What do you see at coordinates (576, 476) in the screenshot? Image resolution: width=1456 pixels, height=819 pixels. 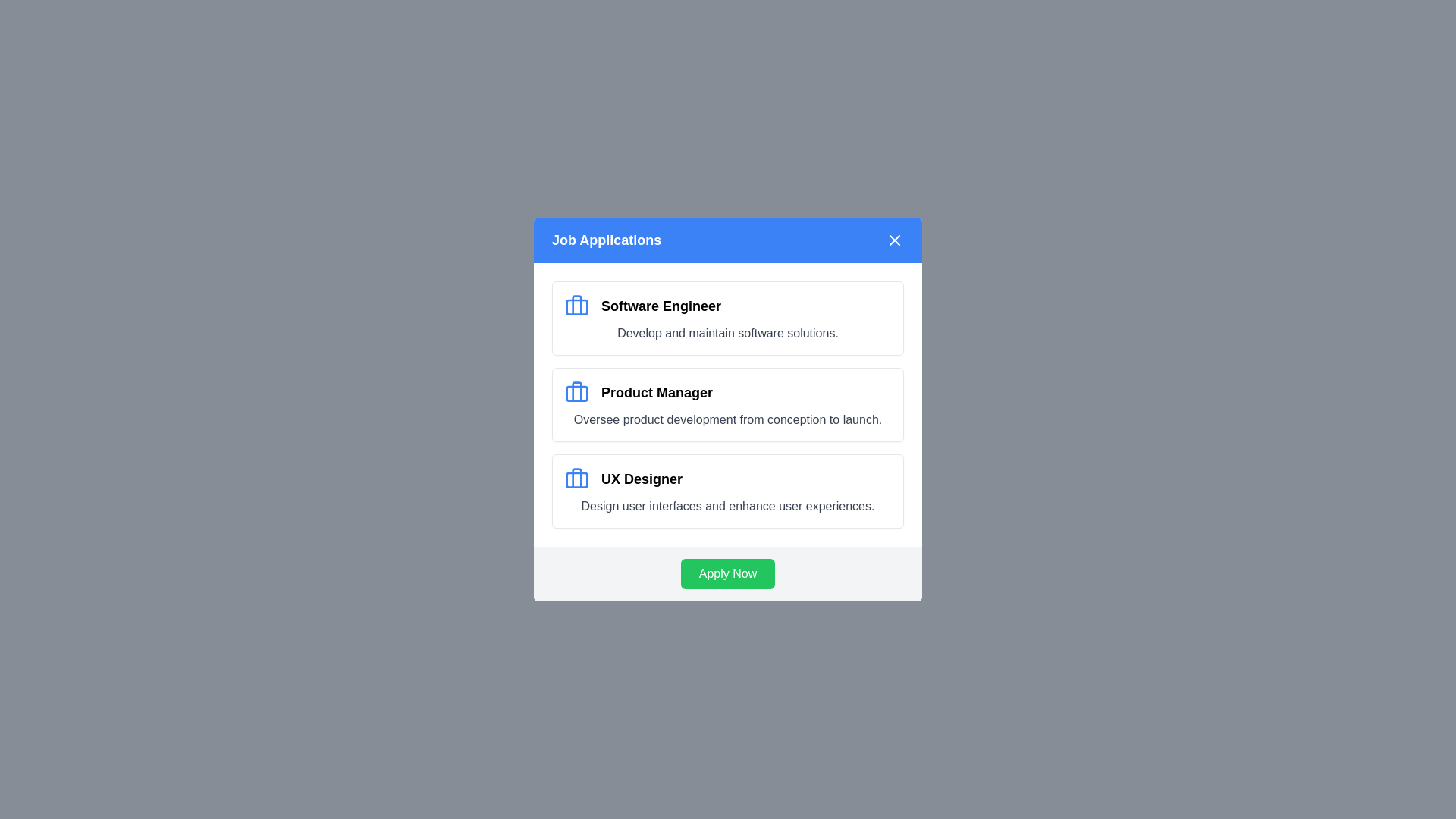 I see `the central vertical section of the briefcase icon, which is a decorative part reinforcing the theme of professional roles, located to the left of the 'Product Manager' text in the Job Applications modal` at bounding box center [576, 476].